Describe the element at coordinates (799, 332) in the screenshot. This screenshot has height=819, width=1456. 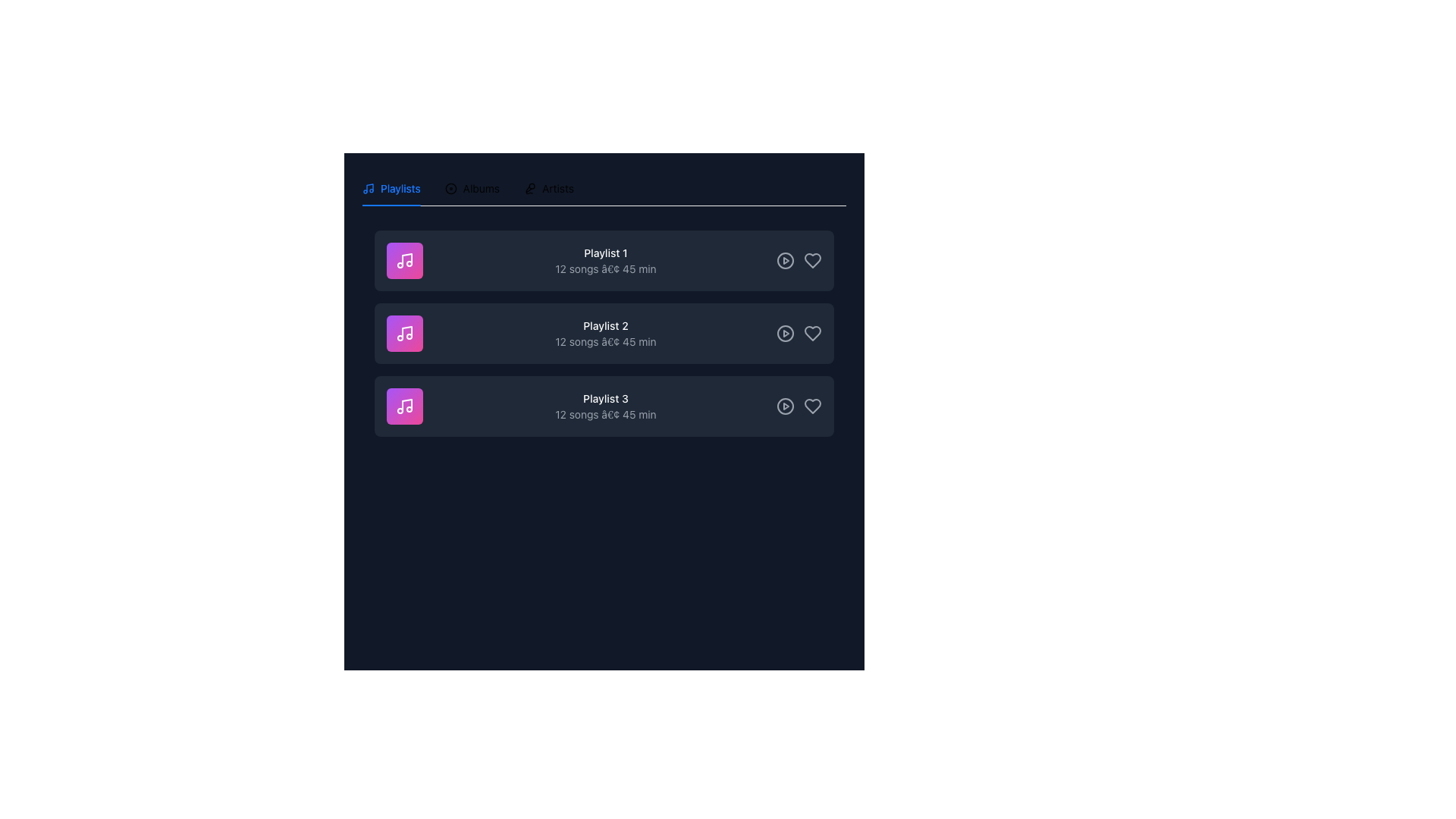
I see `the heart icon on the composite button to mark the playlist as favorite, which is located to the right of the 'Playlist 2, 12 songs • 45 min' row` at that location.